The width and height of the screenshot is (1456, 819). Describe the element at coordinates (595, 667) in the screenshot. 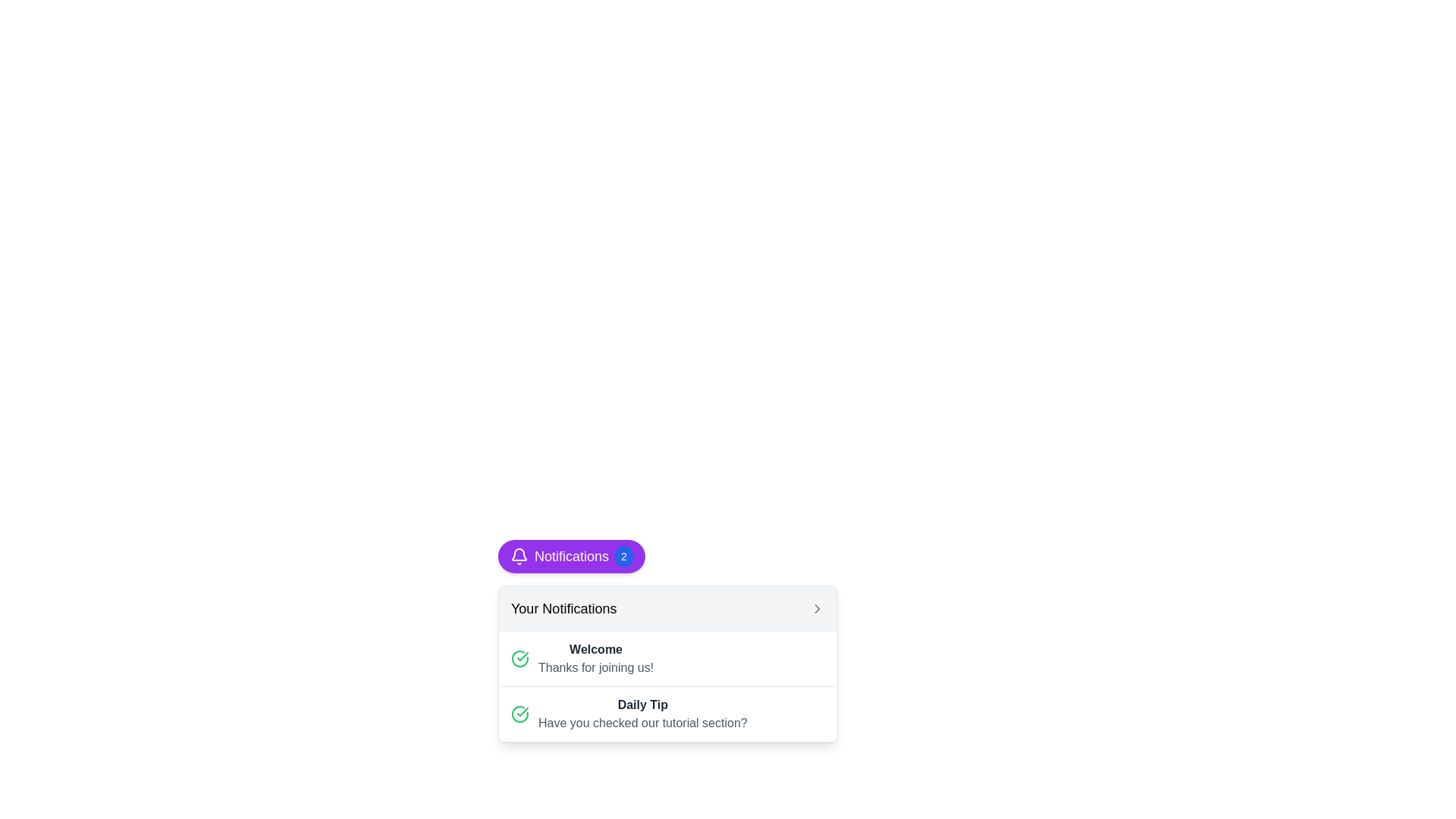

I see `the static text element displaying 'Thanks for joining us!' which is located beneath the 'Welcome' label in the notification card` at that location.